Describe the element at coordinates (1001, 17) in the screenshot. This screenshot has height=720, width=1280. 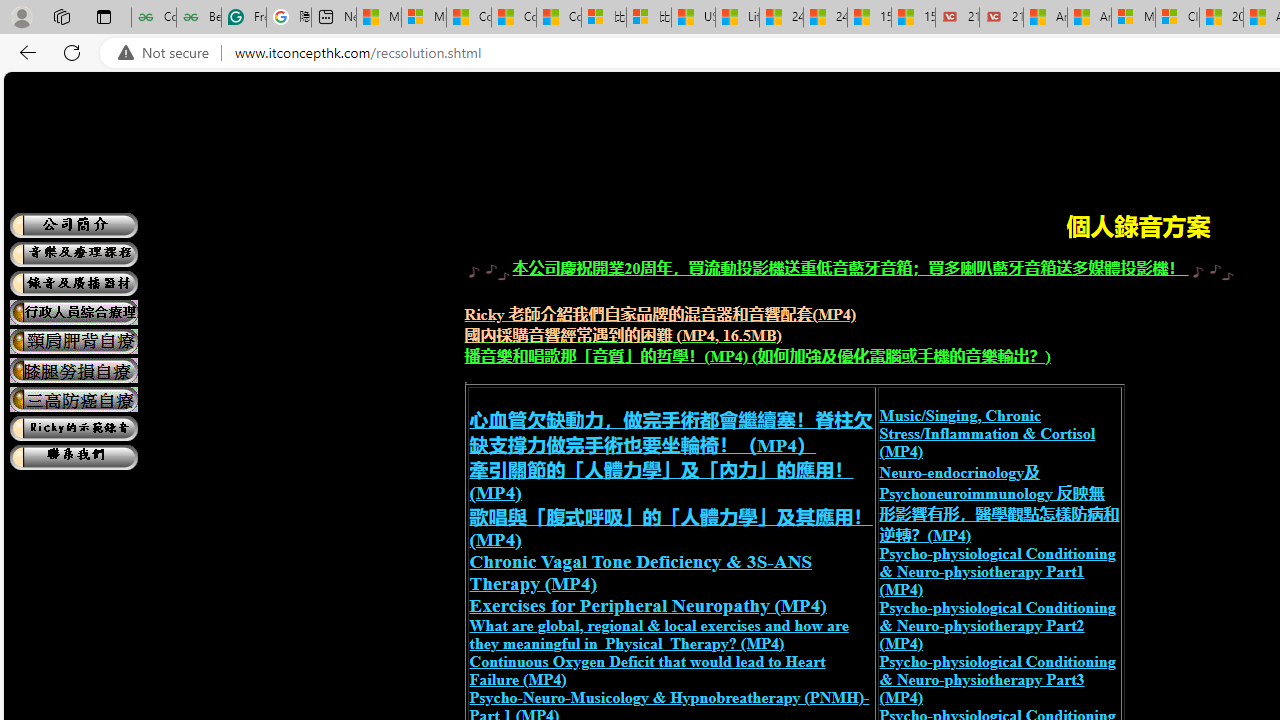
I see `'21 Movies That Outdid the Books They Were Based On'` at that location.